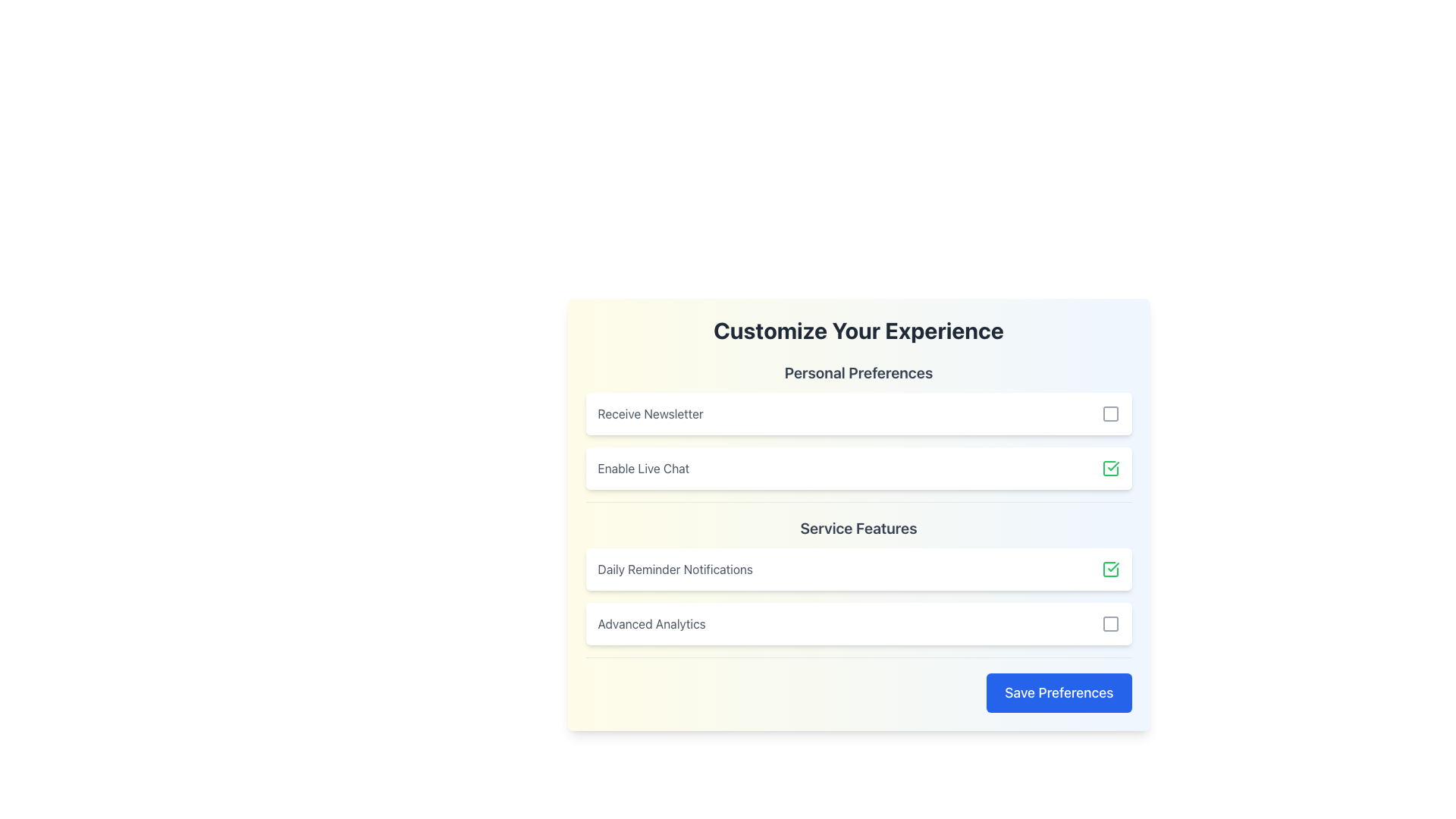 This screenshot has width=1456, height=819. What do you see at coordinates (858, 623) in the screenshot?
I see `the 'Advanced Analytics' checkbox option located below the 'Daily Reminder Notifications' in the 'Service Features' section` at bounding box center [858, 623].